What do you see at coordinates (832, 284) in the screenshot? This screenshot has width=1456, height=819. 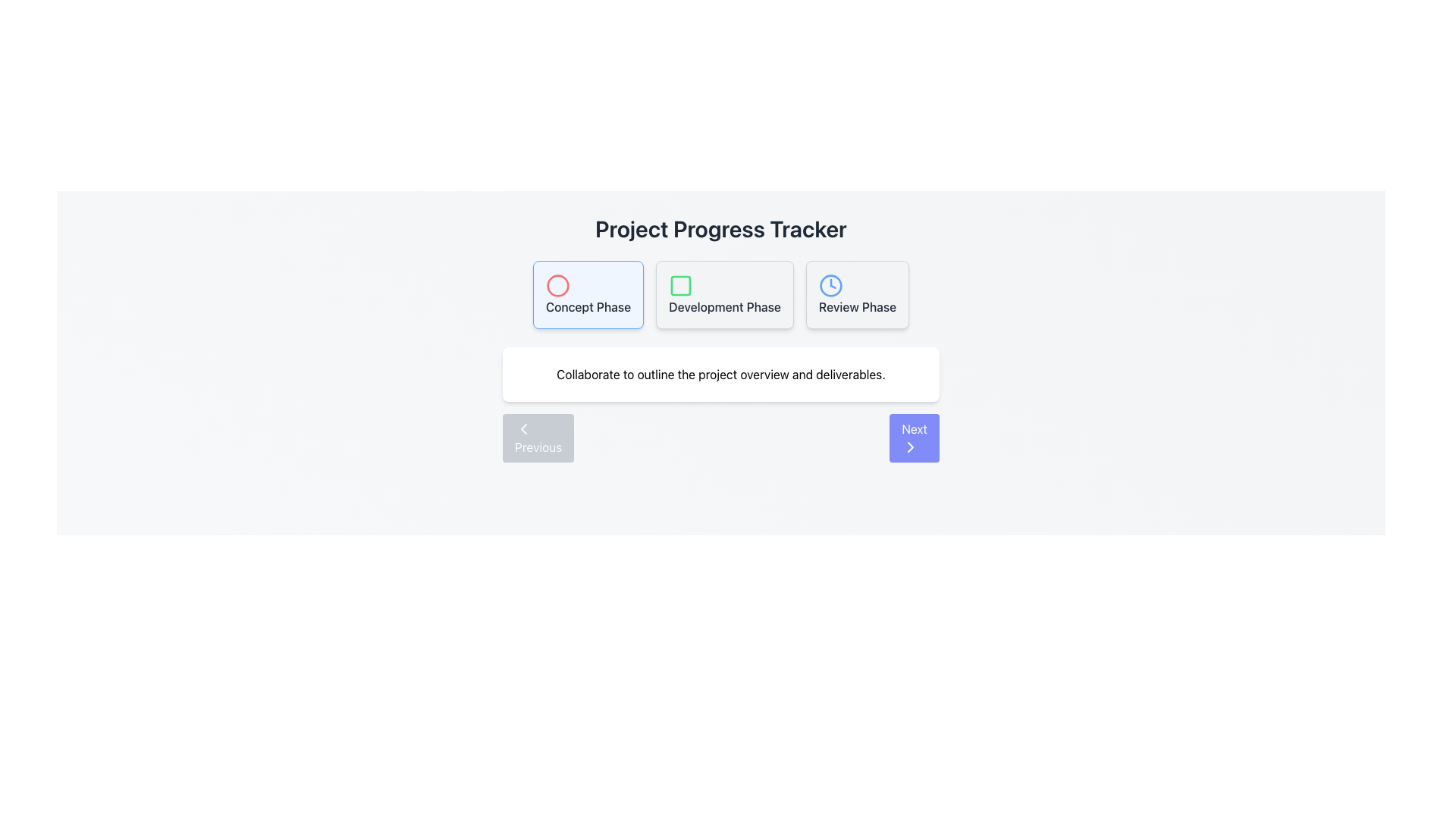 I see `the small triangular shape representing the hands of the clock within the SVG clock icon, which is light blue and part of a minimalist design, positioned near the 'Review Phase' box` at bounding box center [832, 284].